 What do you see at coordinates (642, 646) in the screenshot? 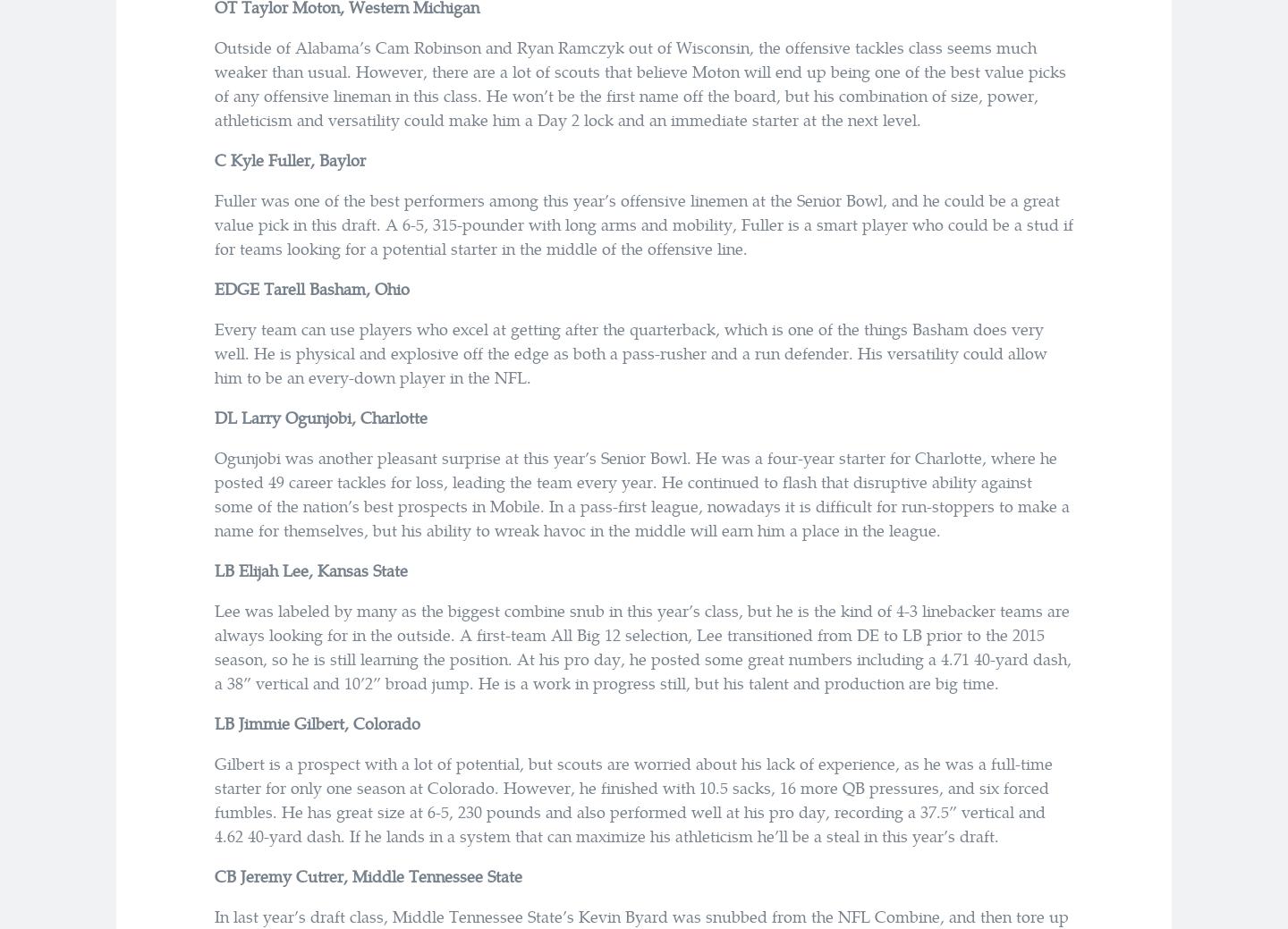
I see `'Lee was labeled by many as the biggest combine snub in this year’s class, but he is the kind of 4-3 linebacker teams are always looking for in the outside. A first-team All Big 12 selection, Lee transitioned from DE to LB prior to the 2015 season, so he is still learning the position. At his pro day, he posted some great numbers including a 4.71 40-yard dash, a 38” vertical and 10’2” broad jump. He is a work in progress still, but his talent and production are big time.'` at bounding box center [642, 646].